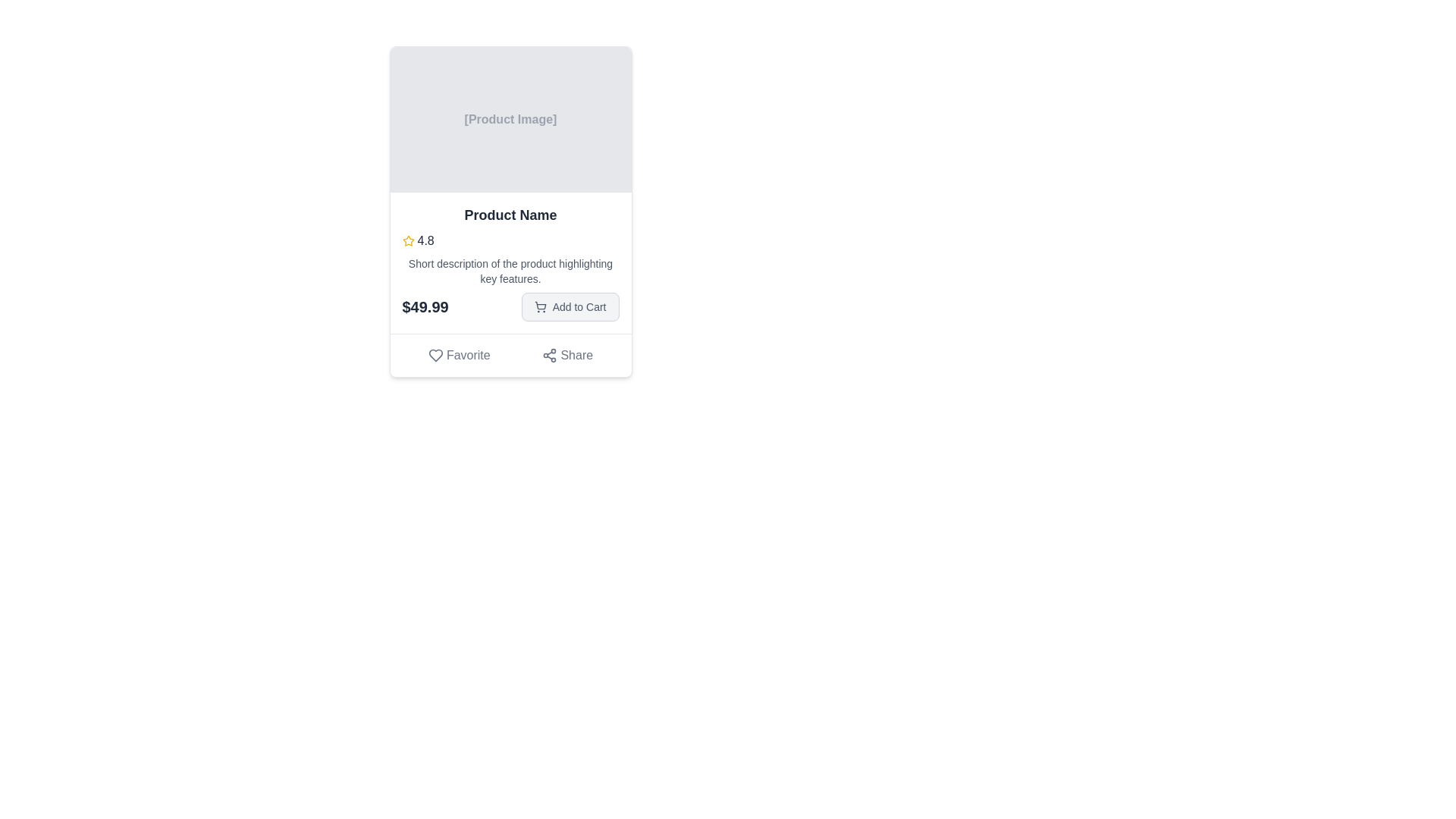 Image resolution: width=1456 pixels, height=819 pixels. What do you see at coordinates (458, 356) in the screenshot?
I see `the 'Favorite' button, which features a heart icon and is located below the product description as the first element in the options section` at bounding box center [458, 356].